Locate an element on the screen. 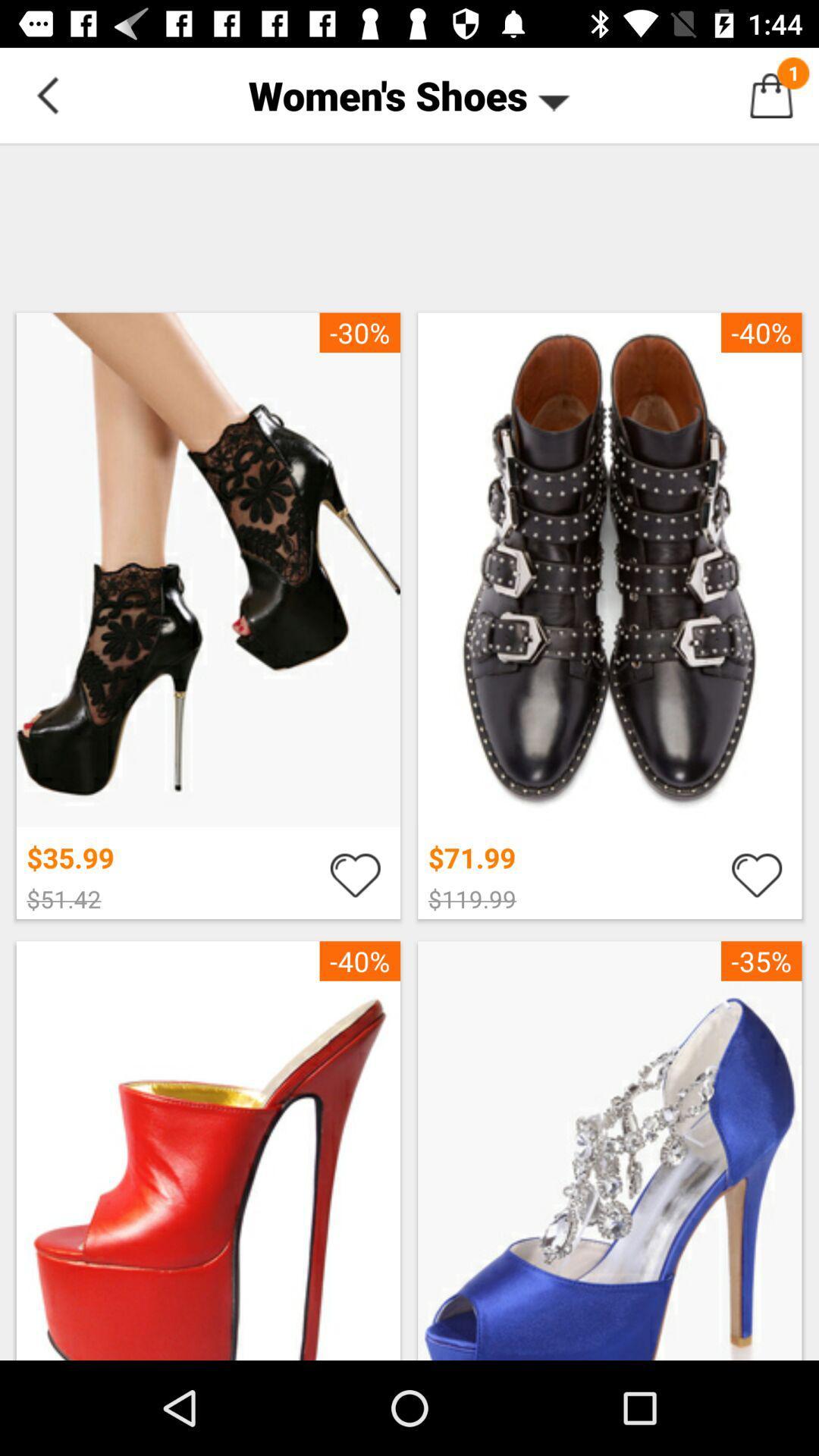 The image size is (819, 1456). the  second heart symbol is located at coordinates (757, 874).